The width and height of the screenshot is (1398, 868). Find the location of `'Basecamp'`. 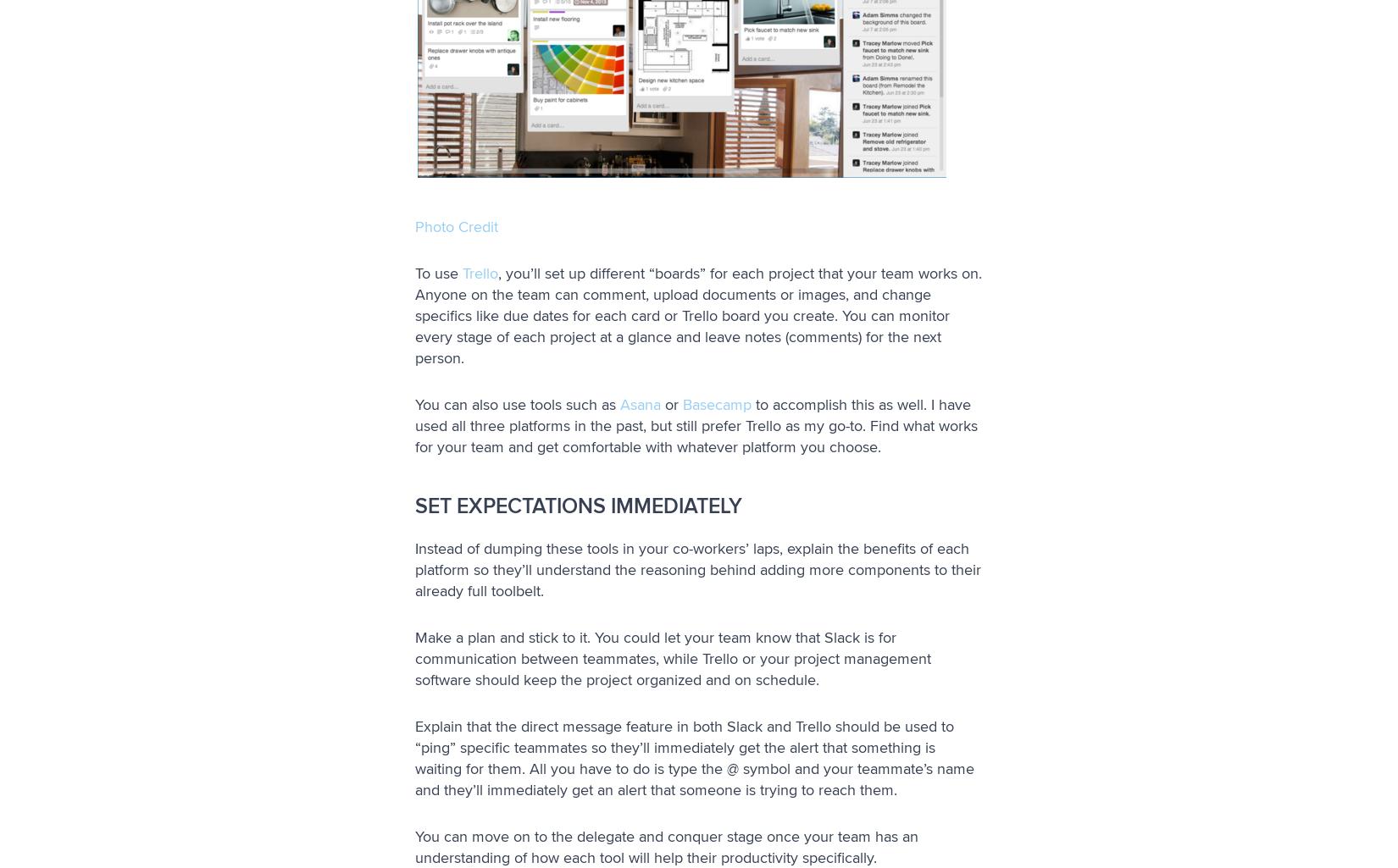

'Basecamp' is located at coordinates (682, 404).